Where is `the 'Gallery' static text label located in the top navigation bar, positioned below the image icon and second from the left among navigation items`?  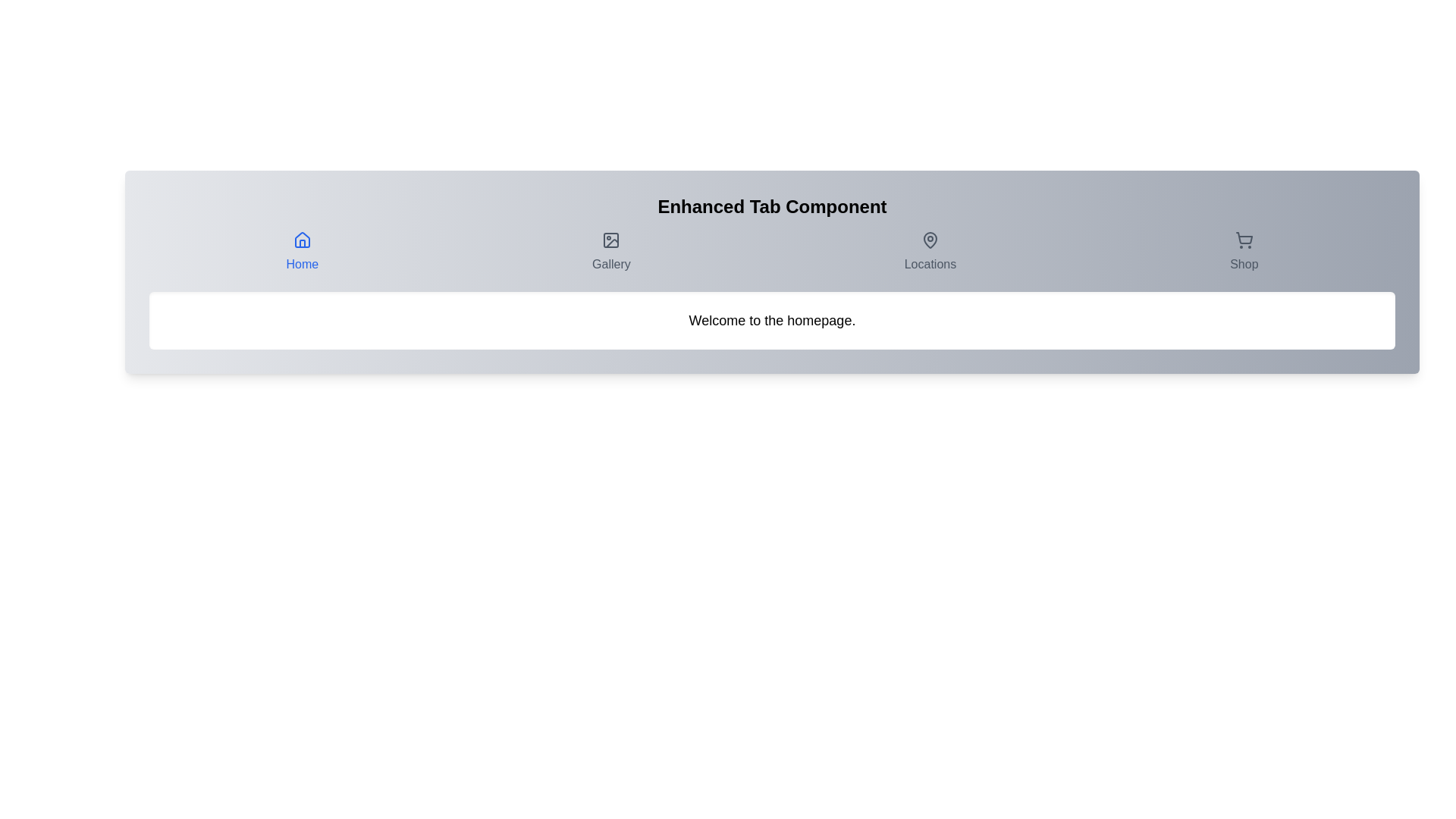
the 'Gallery' static text label located in the top navigation bar, positioned below the image icon and second from the left among navigation items is located at coordinates (611, 263).